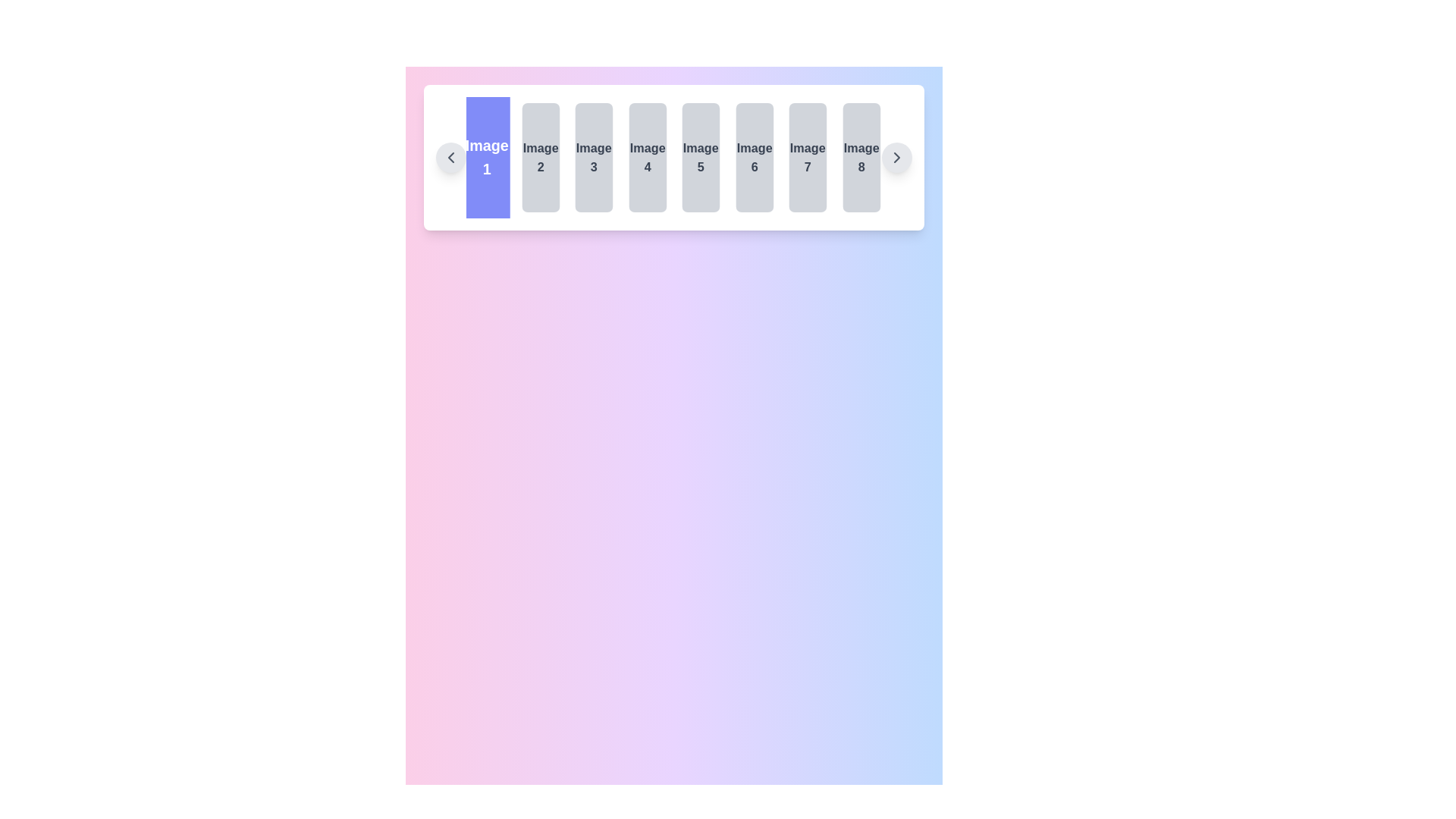 This screenshot has height=819, width=1456. What do you see at coordinates (647, 158) in the screenshot?
I see `the label displaying 'Image 4', which is the fourth element in a horizontal list of eight, located between 'Image 3' and 'Image 5'` at bounding box center [647, 158].